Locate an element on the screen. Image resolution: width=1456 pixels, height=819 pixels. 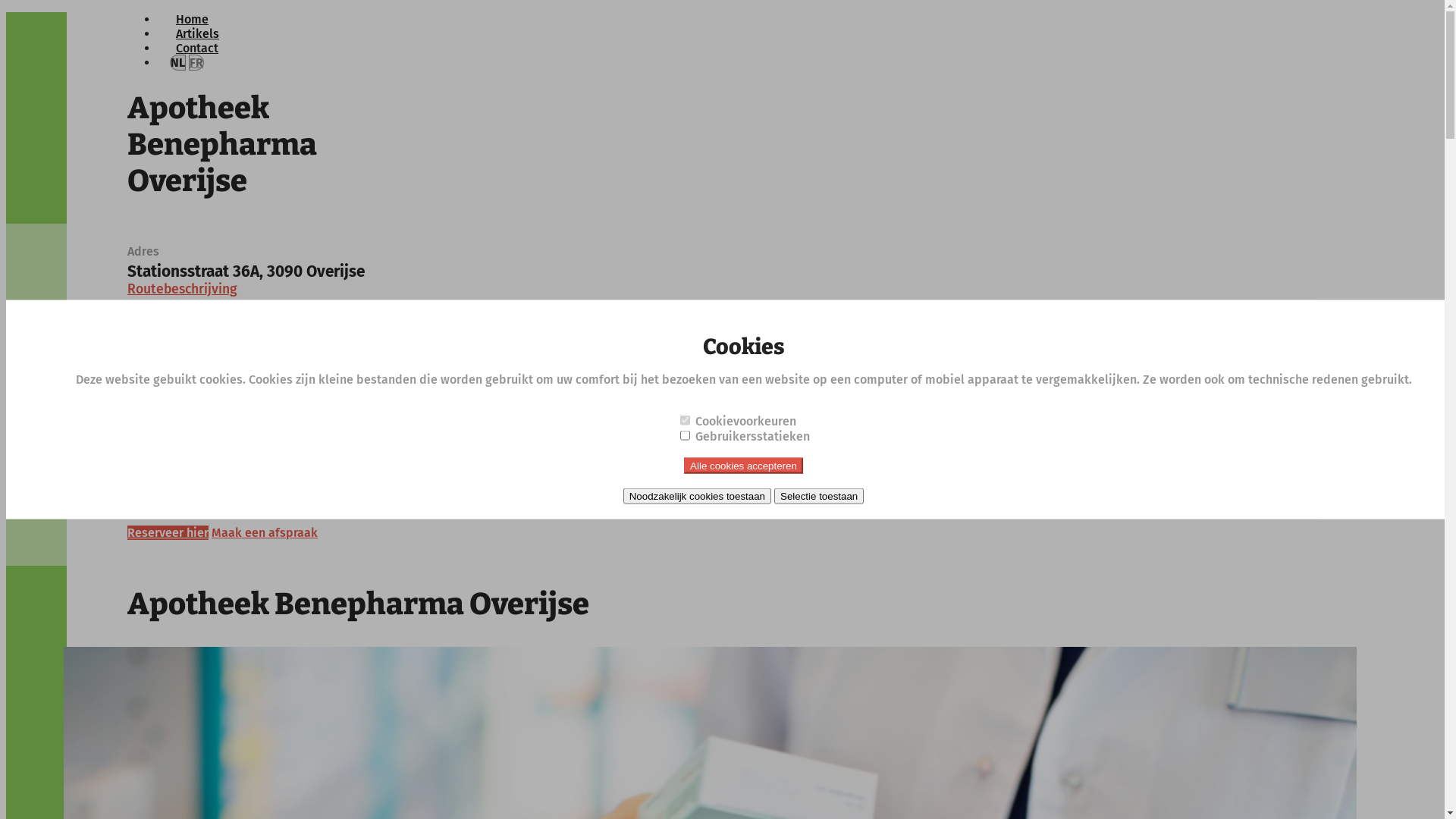
'Routebeschrijving' is located at coordinates (127, 289).